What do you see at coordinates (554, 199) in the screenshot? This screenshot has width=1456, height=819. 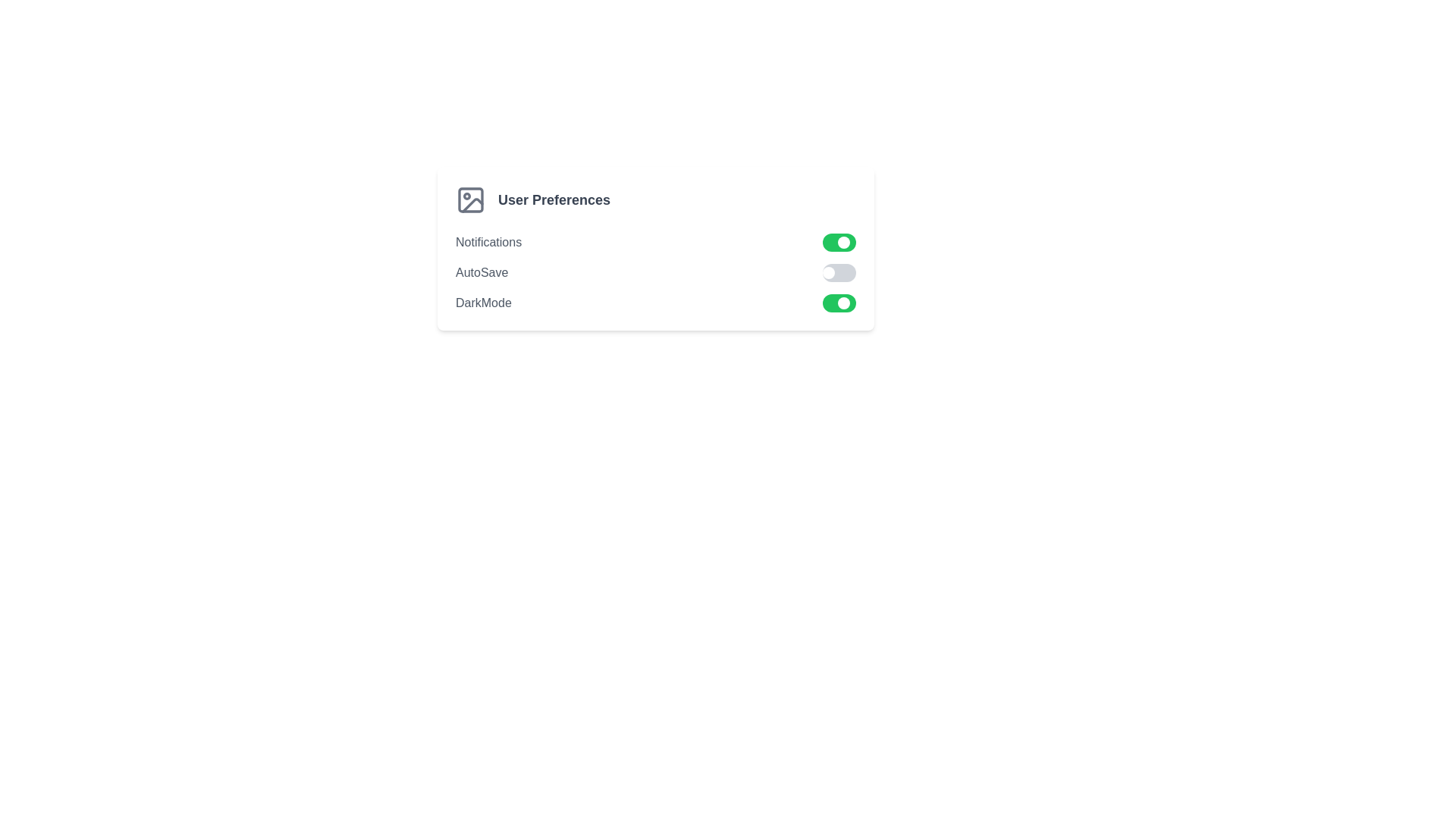 I see `the text label element that serves as a title or header for user-related settings, located to the right of an image icon in the top section of the settings module` at bounding box center [554, 199].